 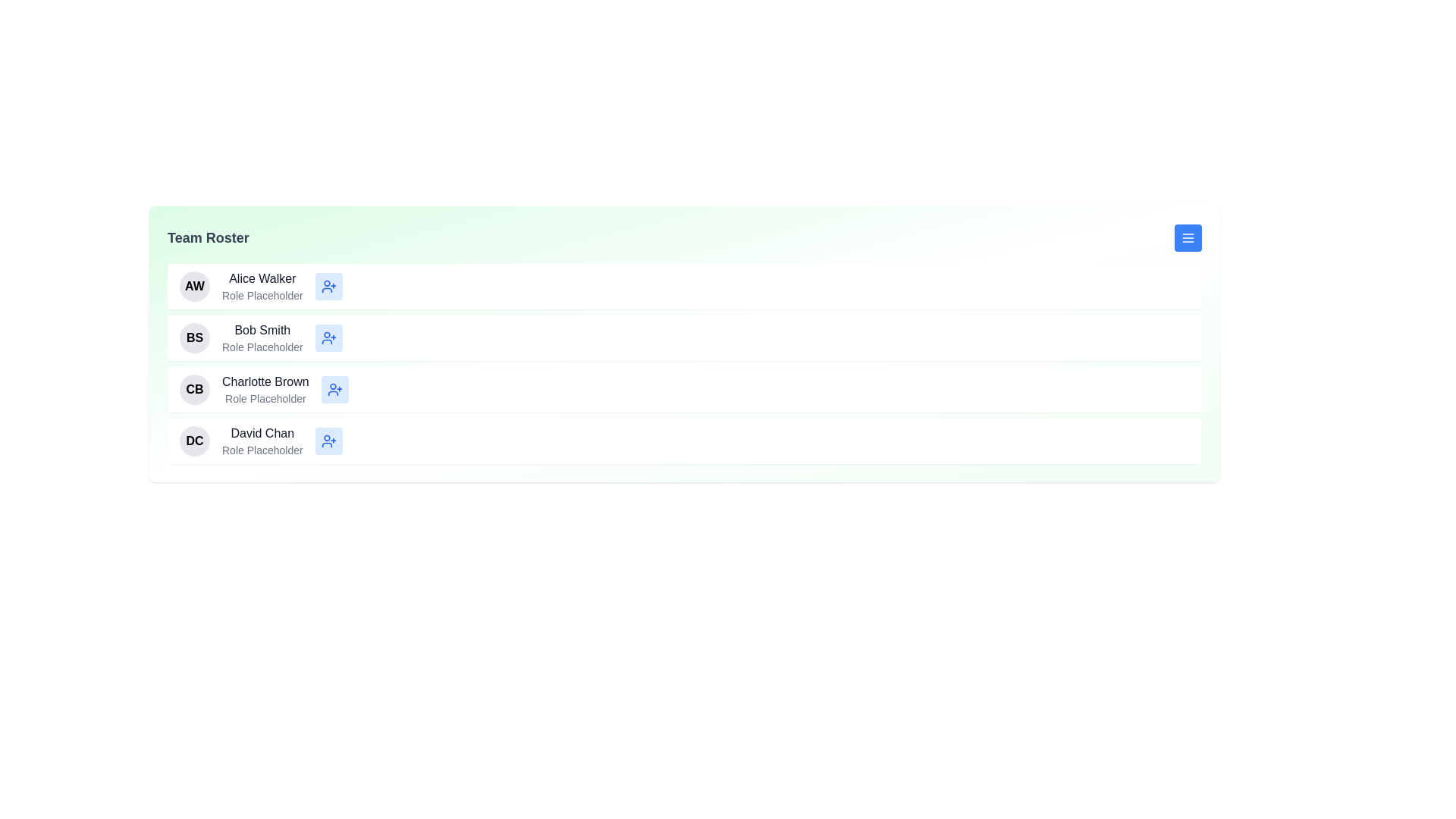 What do you see at coordinates (194, 388) in the screenshot?
I see `the circular badge with a light gray background containing bold black uppercase letters 'CB', which is part of the user details list, specifically preceding 'Charlotte Brown' and 'Role Placeholder'` at bounding box center [194, 388].